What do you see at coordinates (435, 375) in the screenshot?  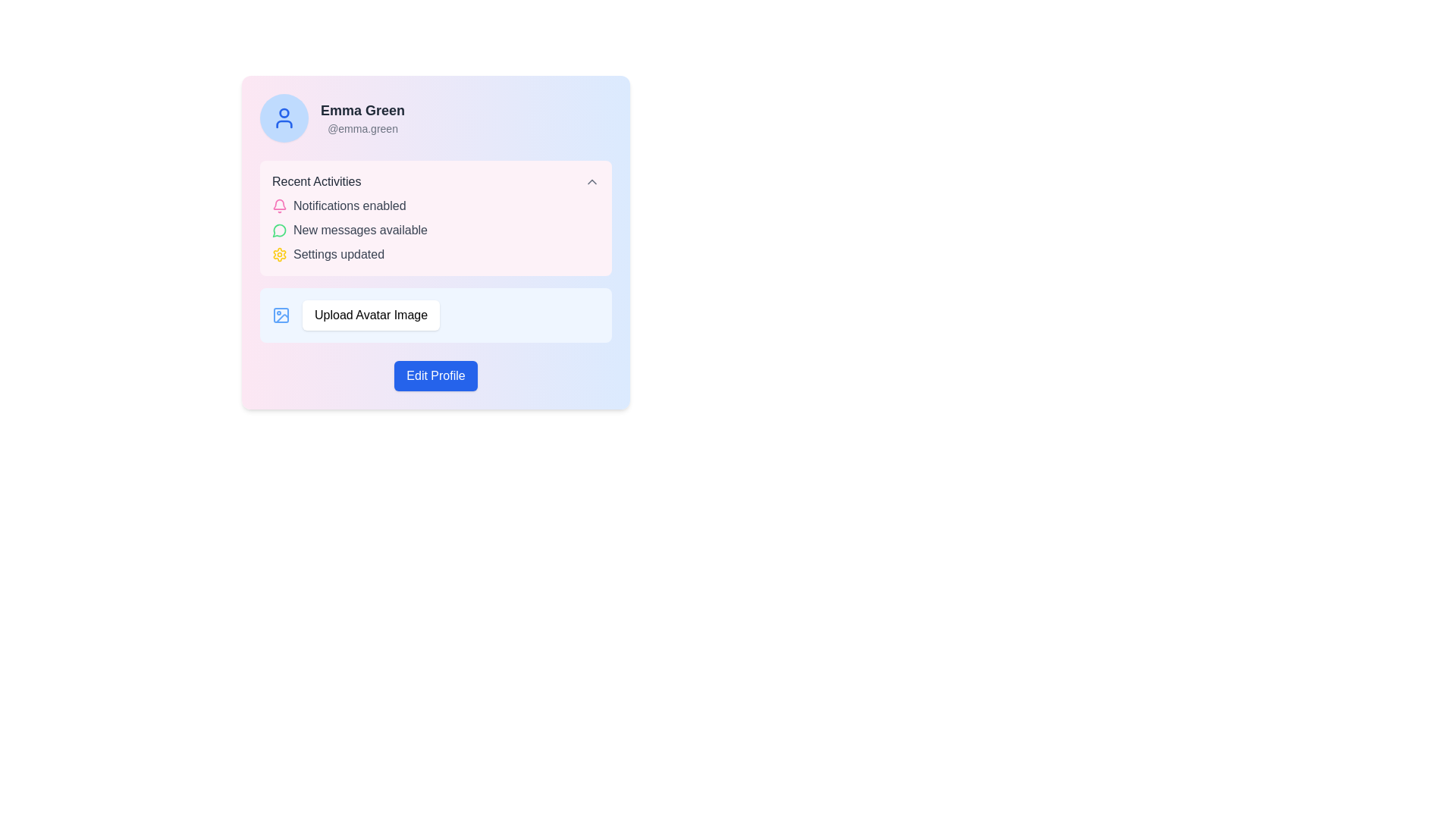 I see `the 'Edit Profile' button located at the bottom section of the user information card for user 'Emma Green'` at bounding box center [435, 375].